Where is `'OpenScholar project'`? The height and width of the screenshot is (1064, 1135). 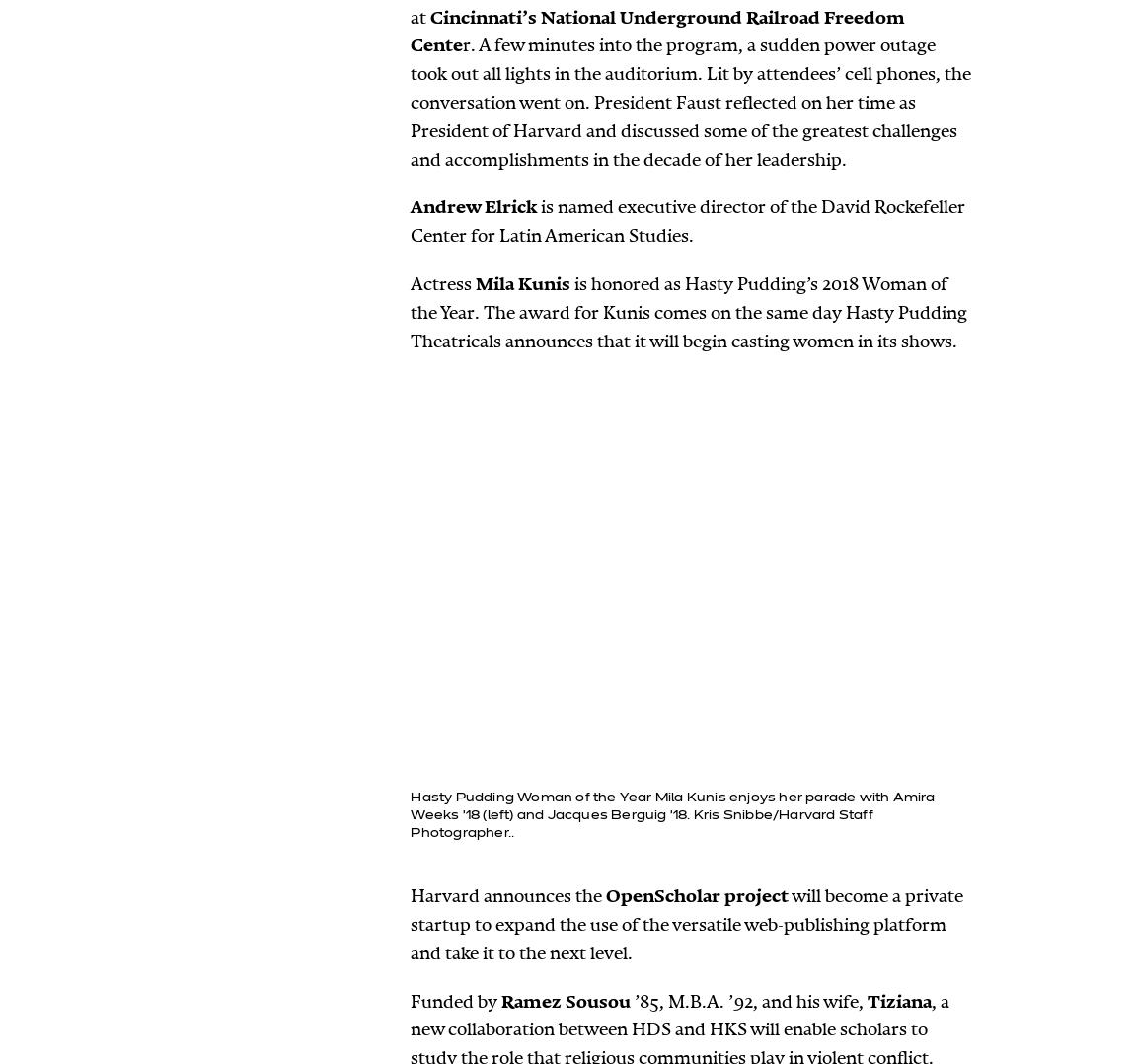 'OpenScholar project' is located at coordinates (696, 895).